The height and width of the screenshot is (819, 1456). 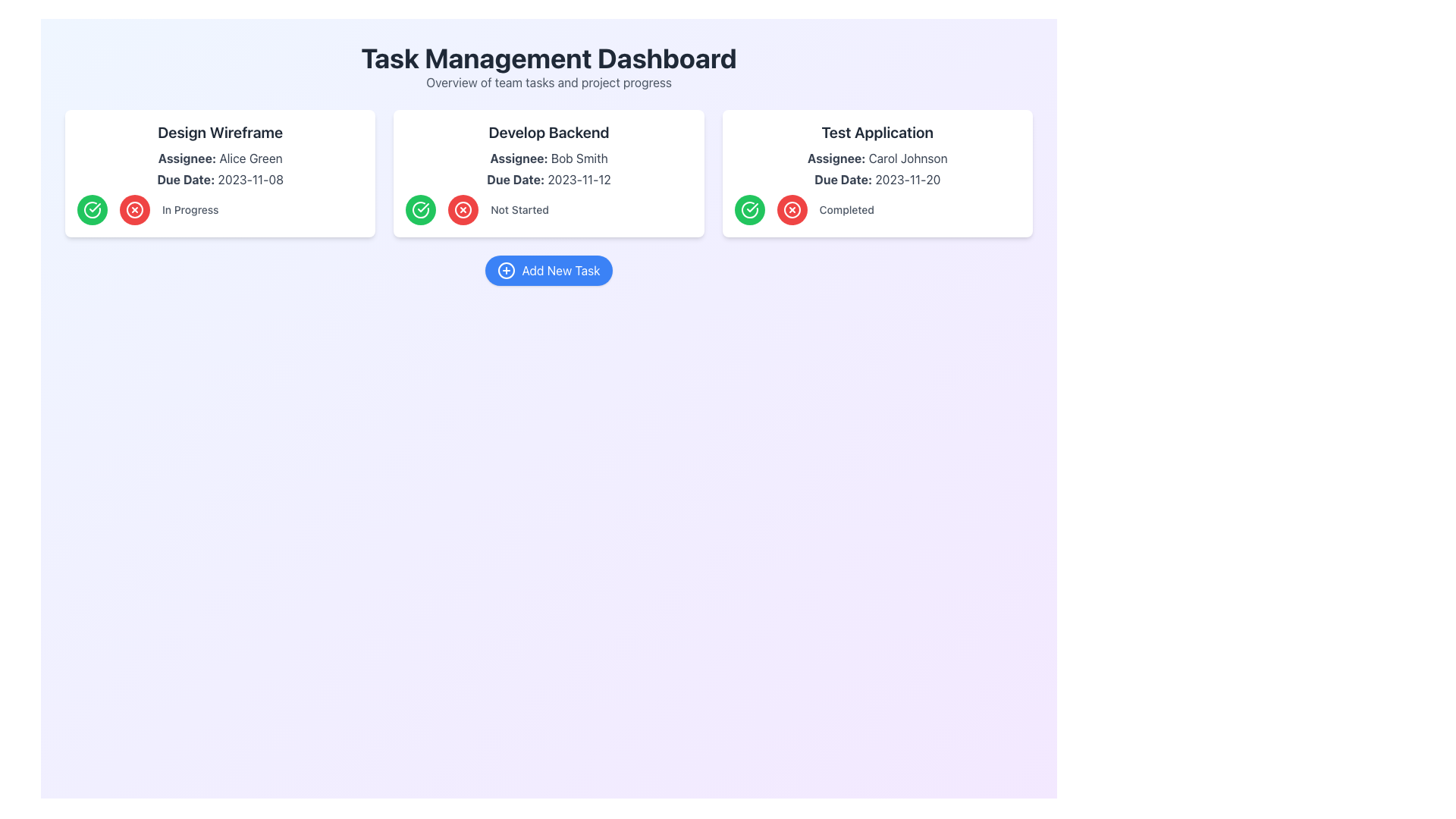 I want to click on the text label element displaying 'In Progress', which is located between a green check button and a red cross button at the bottom section of the task card titled 'Design Wireframe', so click(x=219, y=210).